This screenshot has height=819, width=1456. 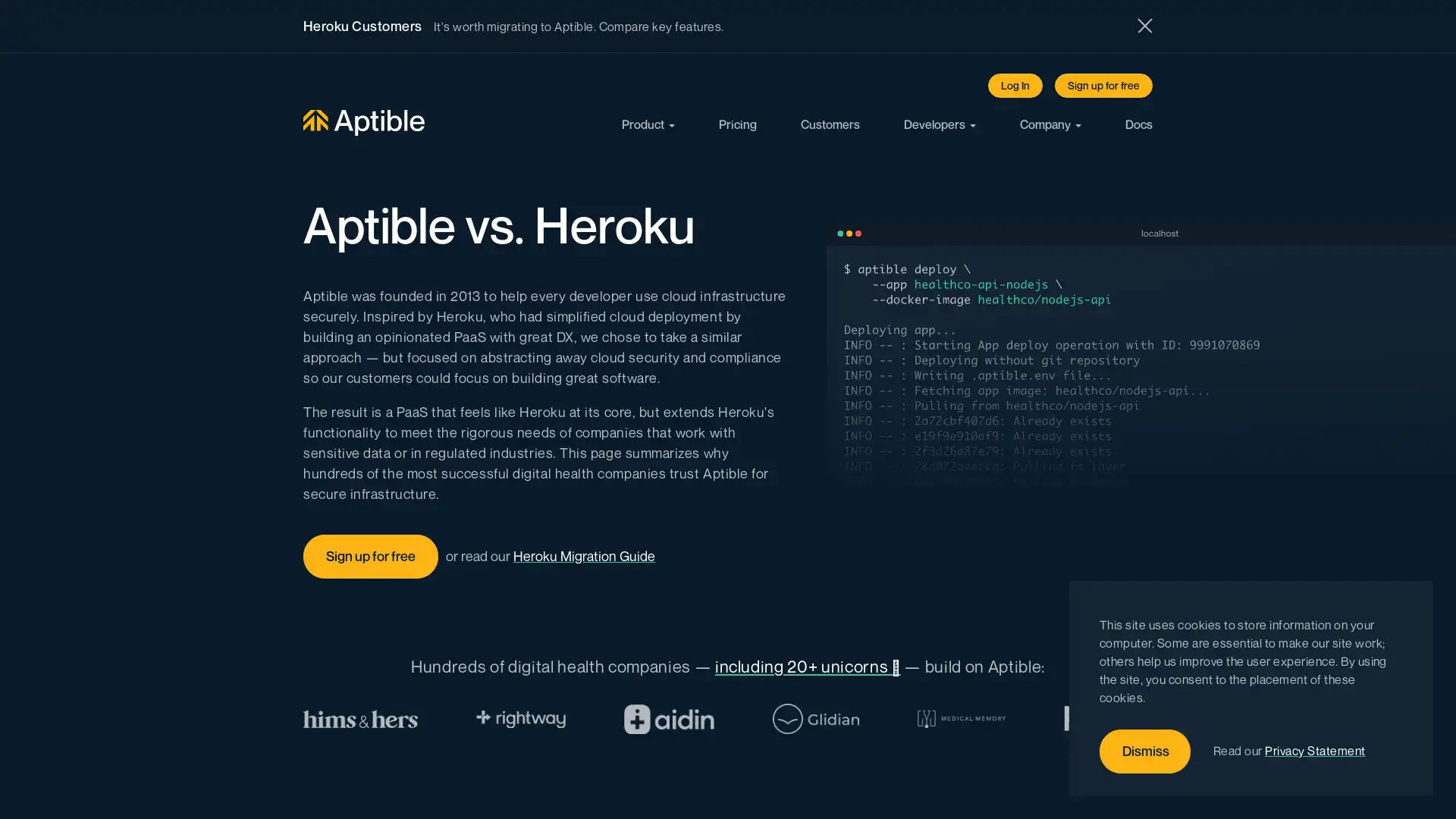 What do you see at coordinates (1103, 85) in the screenshot?
I see `Sign up for free` at bounding box center [1103, 85].